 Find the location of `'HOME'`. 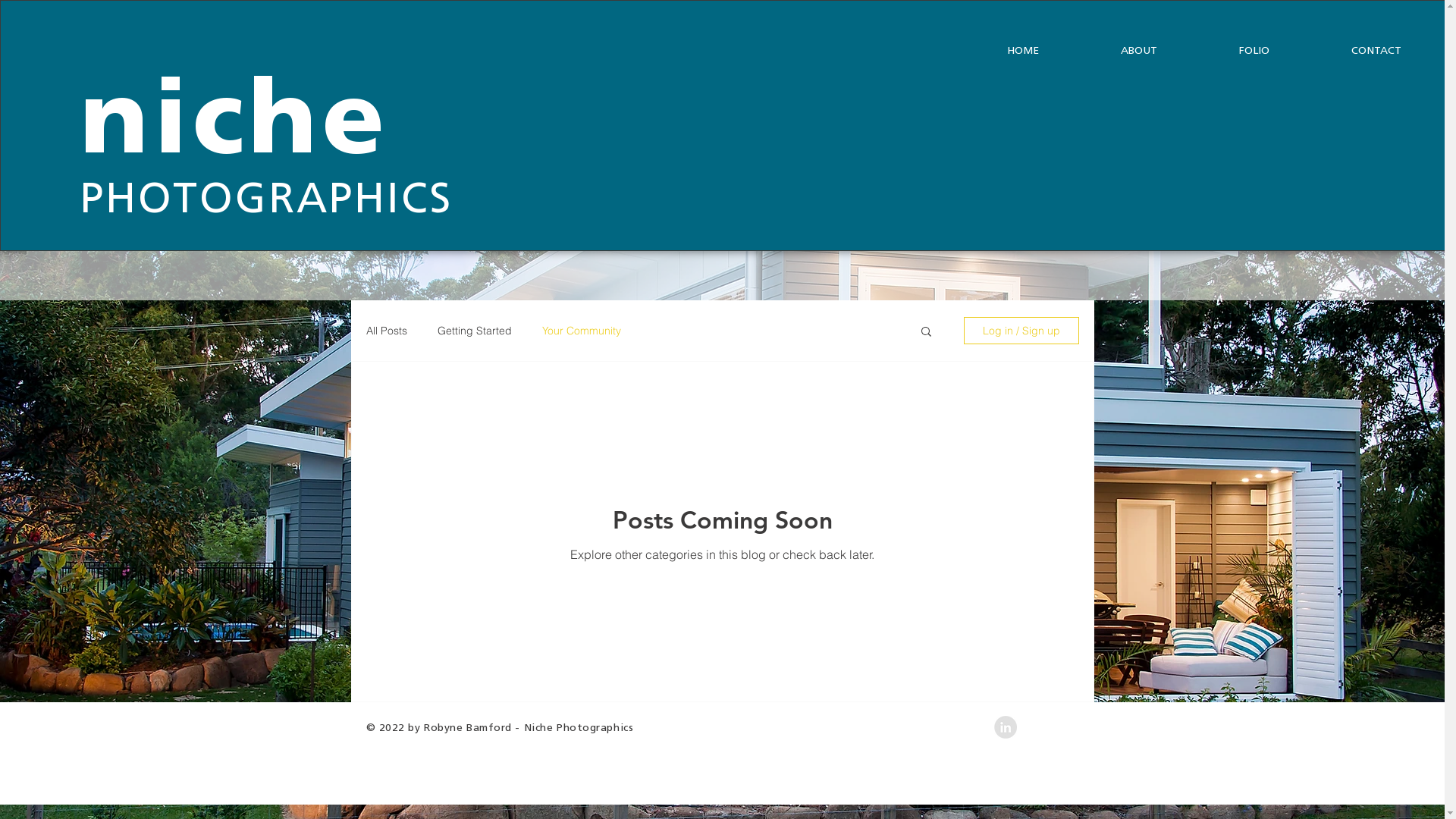

'HOME' is located at coordinates (1022, 49).